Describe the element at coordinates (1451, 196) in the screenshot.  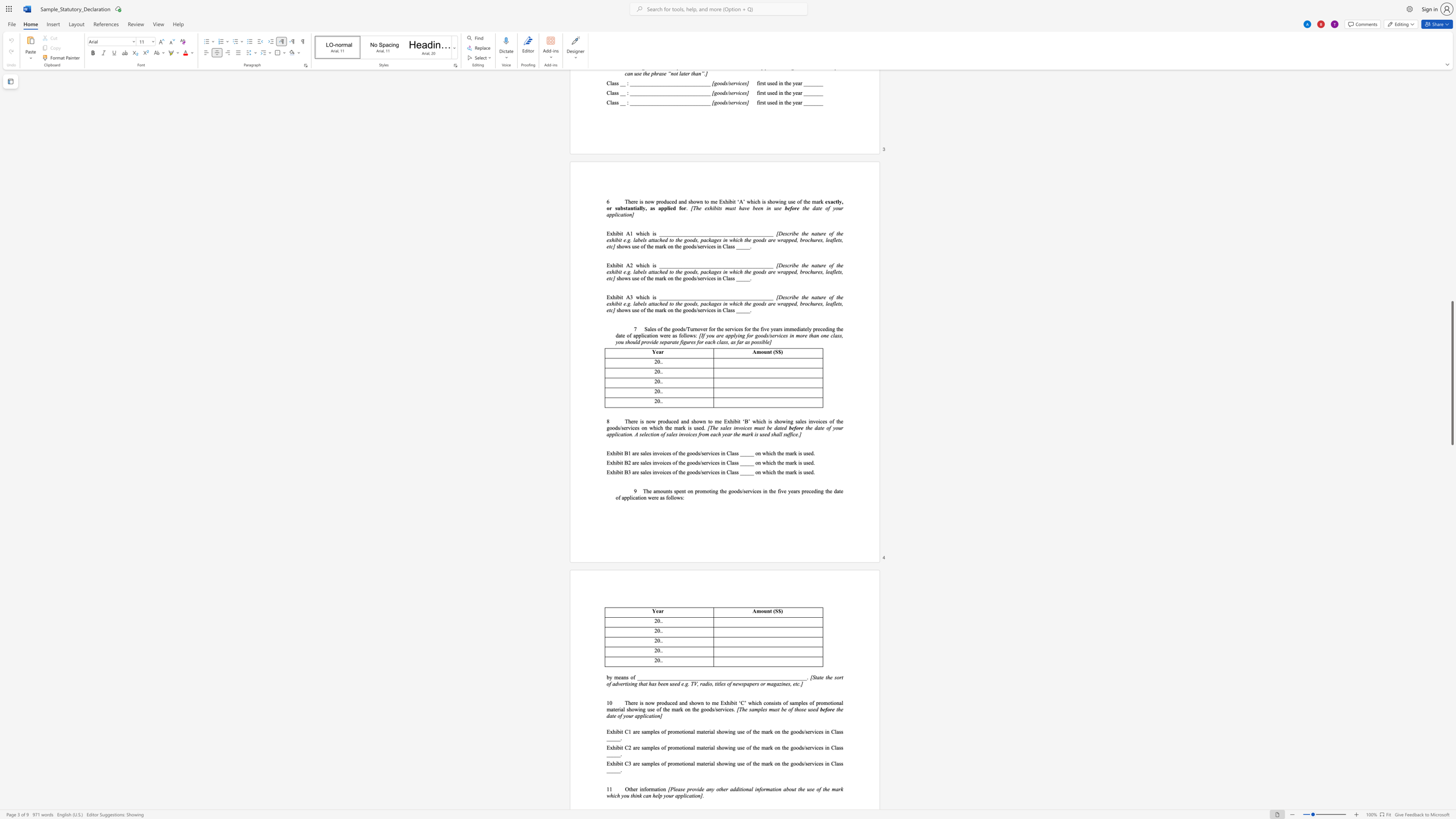
I see `the scrollbar to slide the page up` at that location.